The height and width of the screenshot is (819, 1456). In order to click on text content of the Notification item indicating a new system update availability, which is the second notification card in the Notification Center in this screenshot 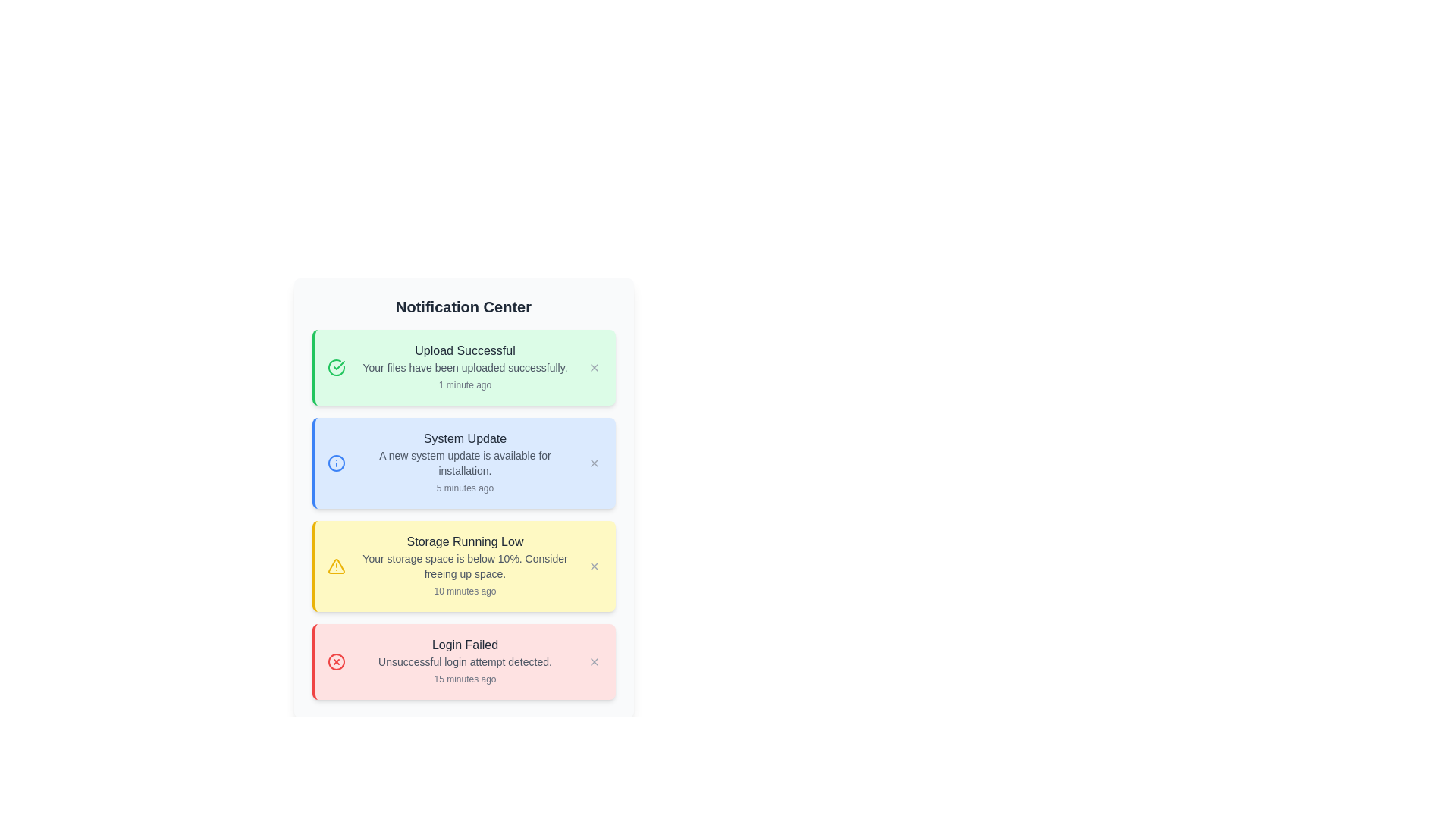, I will do `click(464, 462)`.